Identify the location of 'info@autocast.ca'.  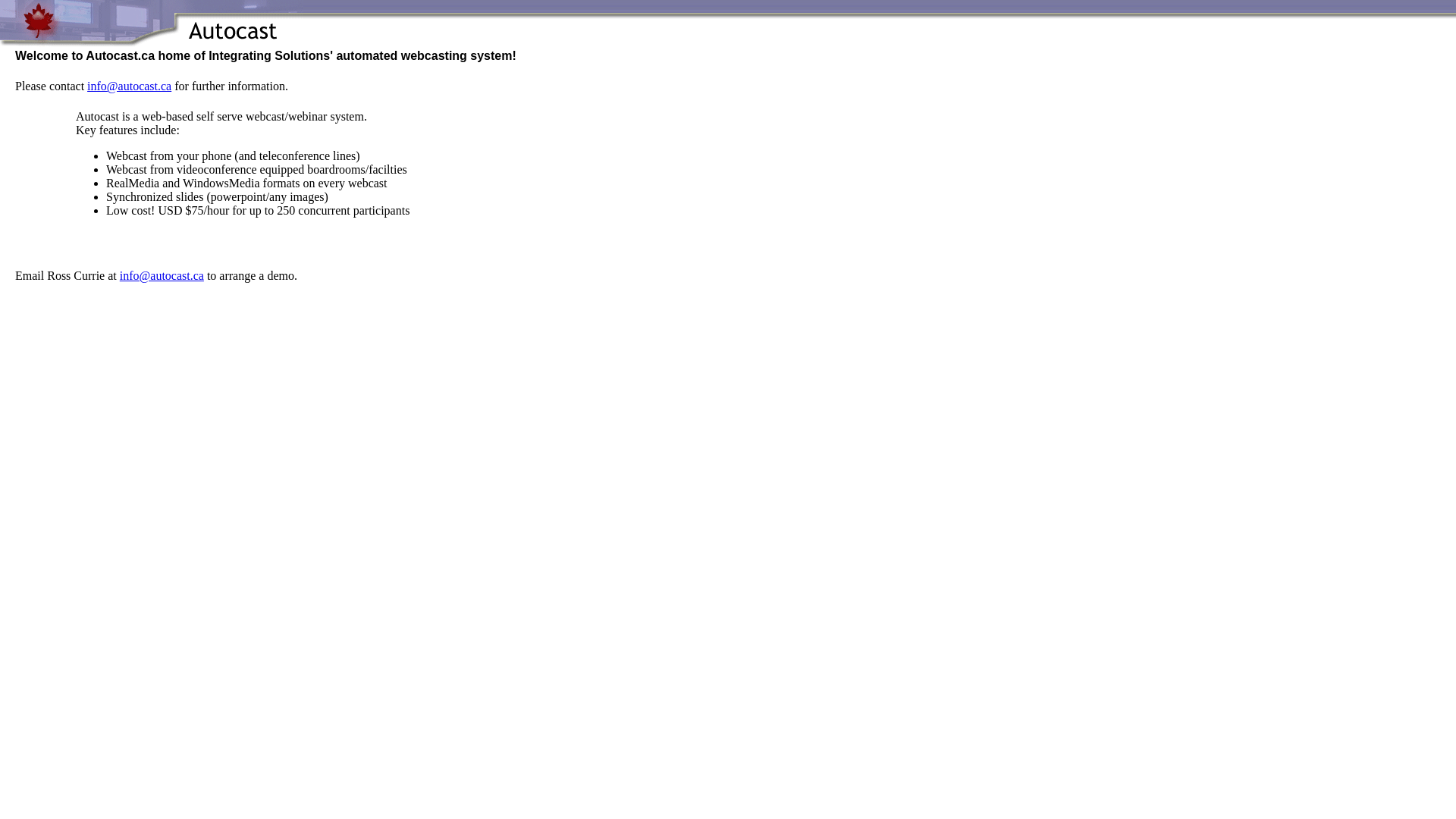
(129, 86).